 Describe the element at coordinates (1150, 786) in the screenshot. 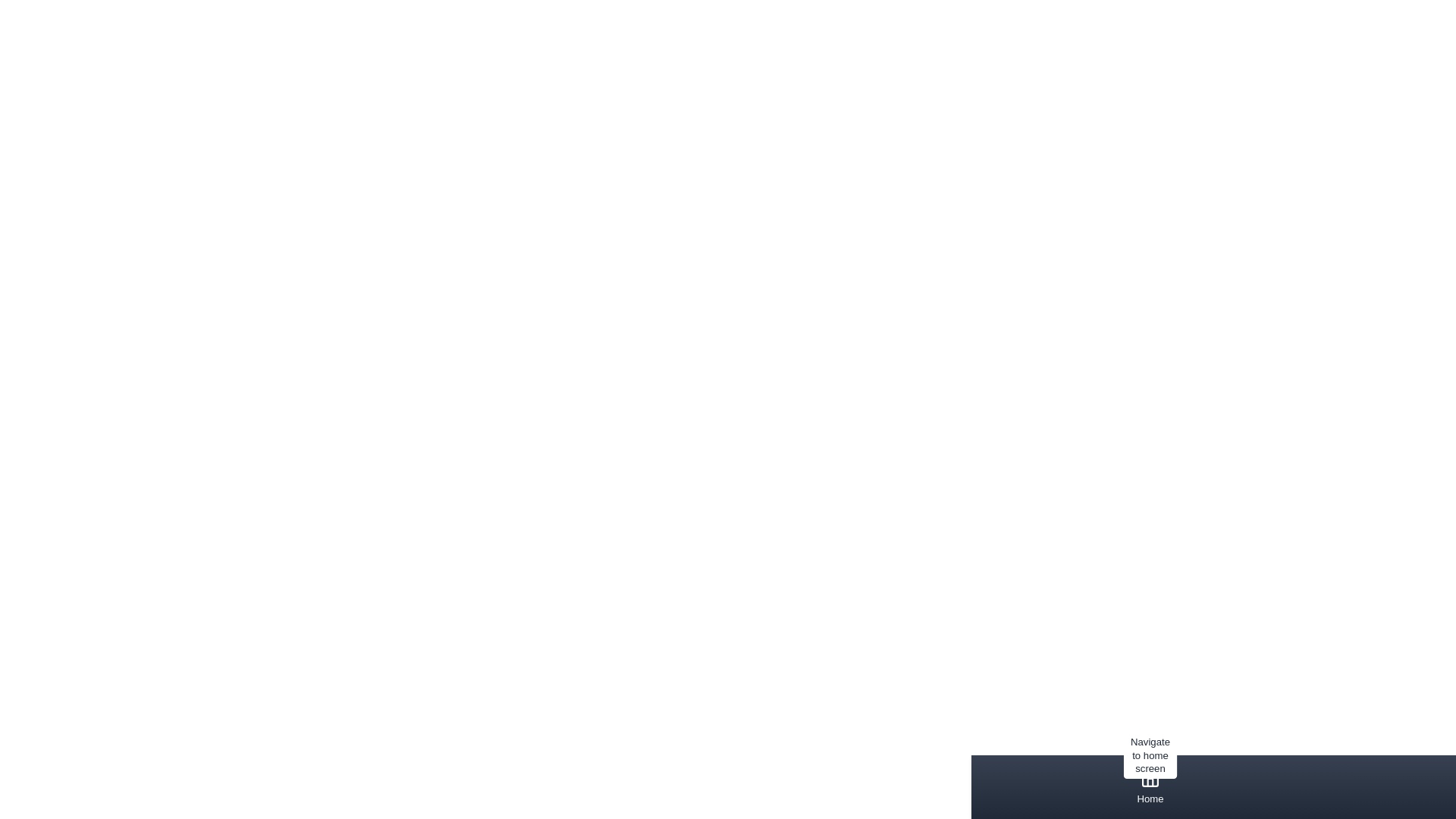

I see `the tab corresponding to Home` at that location.